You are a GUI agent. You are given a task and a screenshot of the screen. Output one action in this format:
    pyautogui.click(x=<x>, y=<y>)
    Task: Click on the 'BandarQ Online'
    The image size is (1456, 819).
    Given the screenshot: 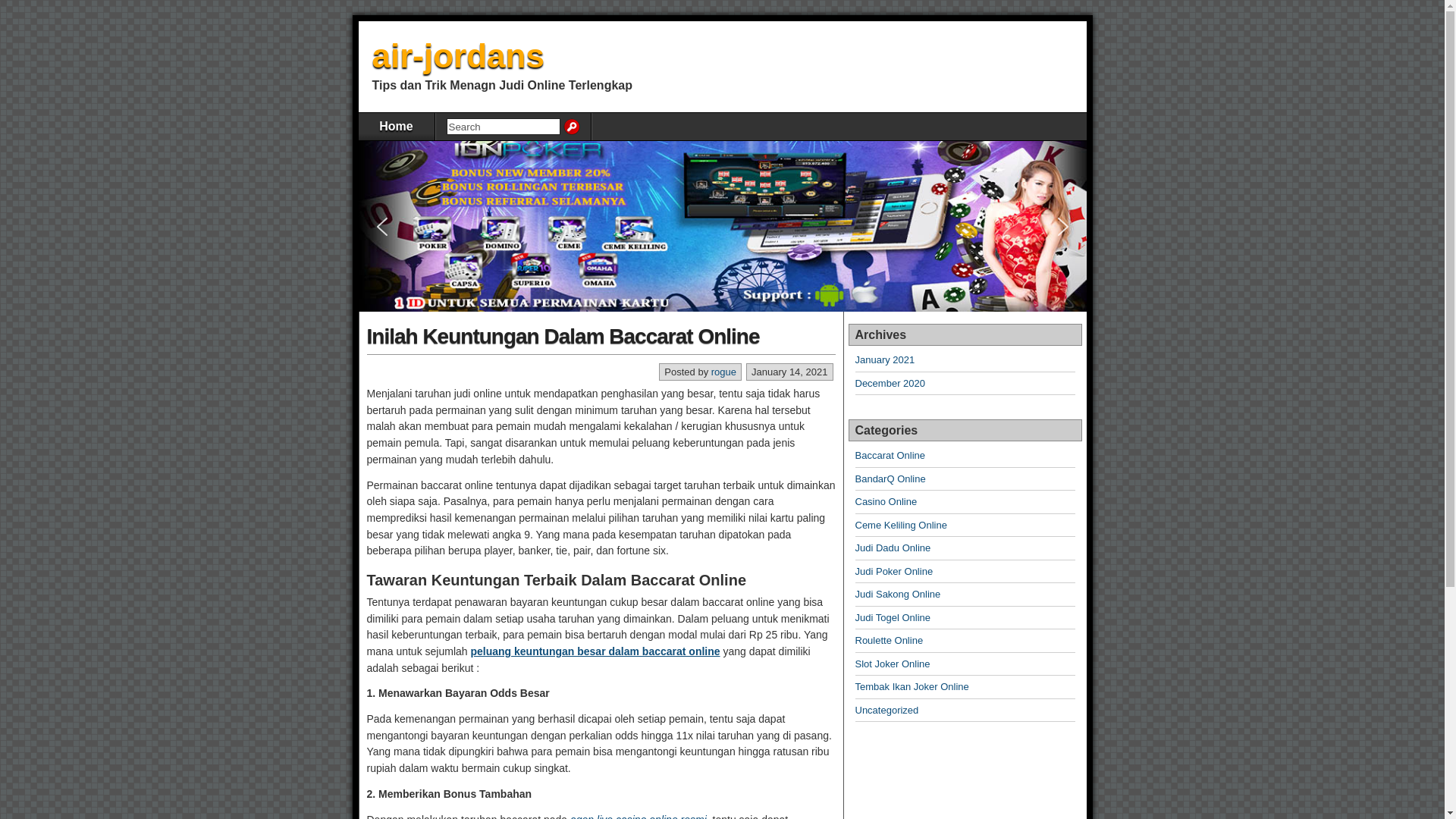 What is the action you would take?
    pyautogui.click(x=890, y=479)
    